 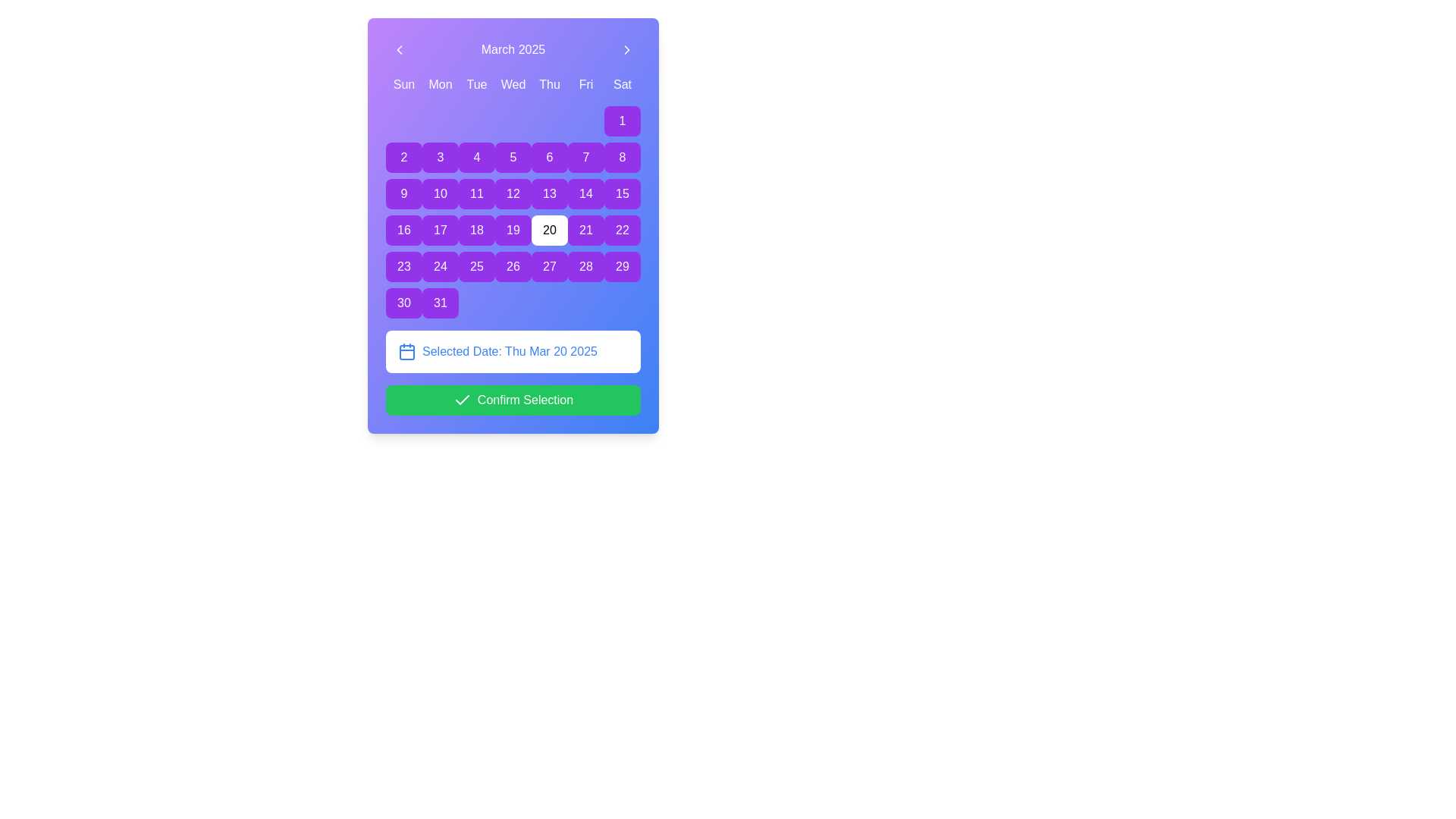 I want to click on the rounded rectangular button with a purple background displaying the number '14', so click(x=585, y=193).